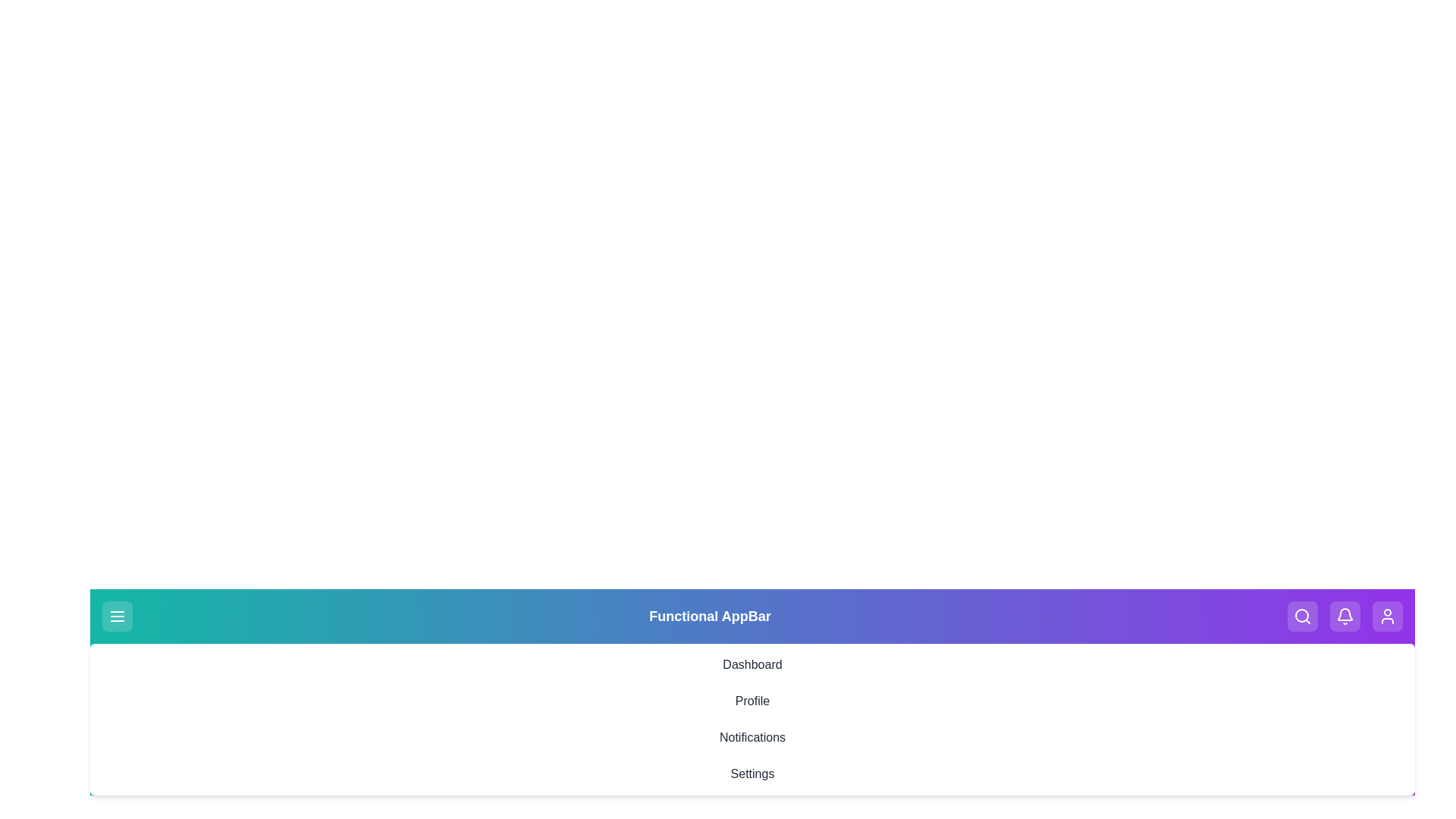 This screenshot has height=819, width=1456. What do you see at coordinates (116, 617) in the screenshot?
I see `the menu button to toggle the menu visibility` at bounding box center [116, 617].